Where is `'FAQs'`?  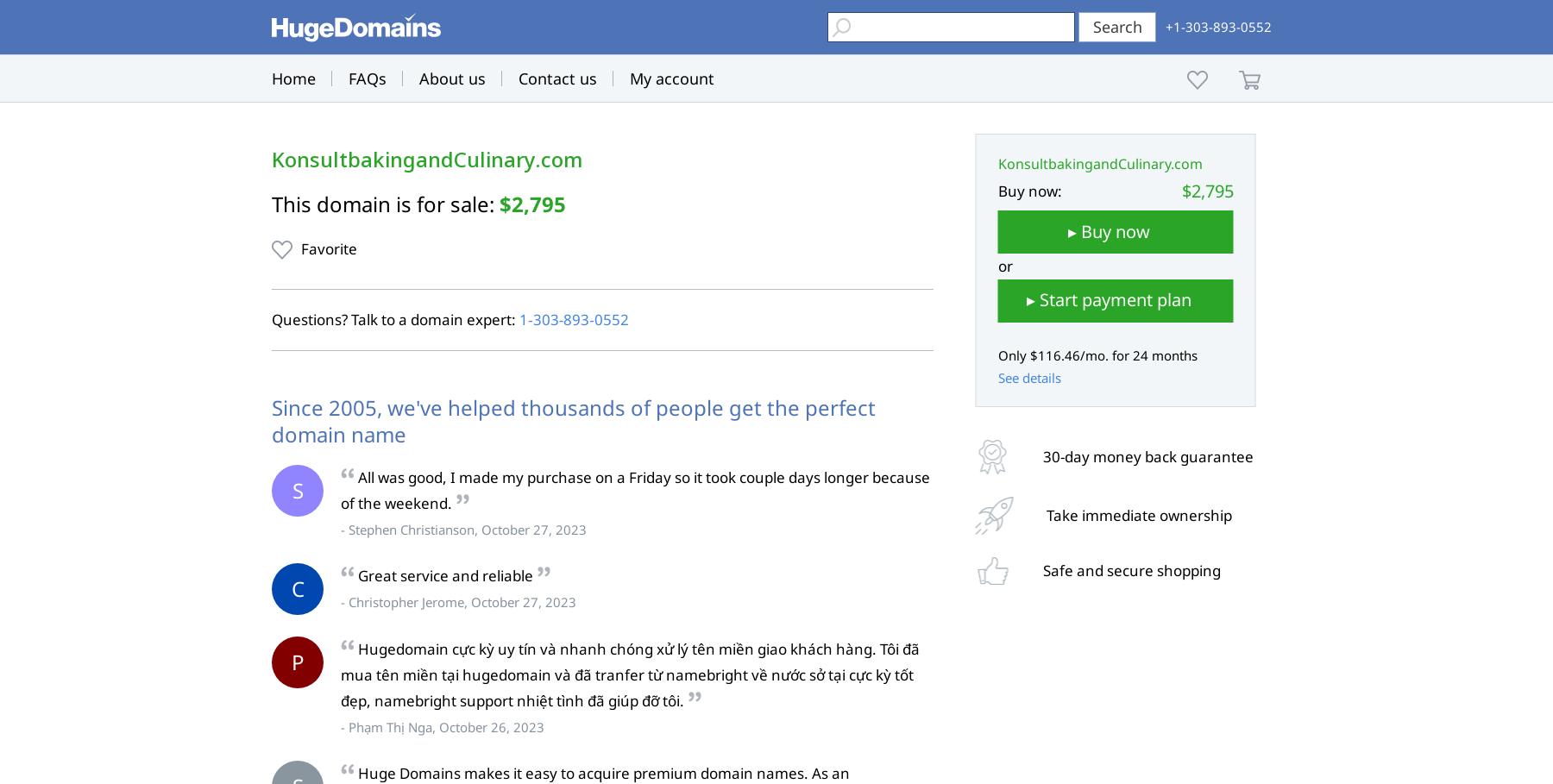
'FAQs' is located at coordinates (368, 77).